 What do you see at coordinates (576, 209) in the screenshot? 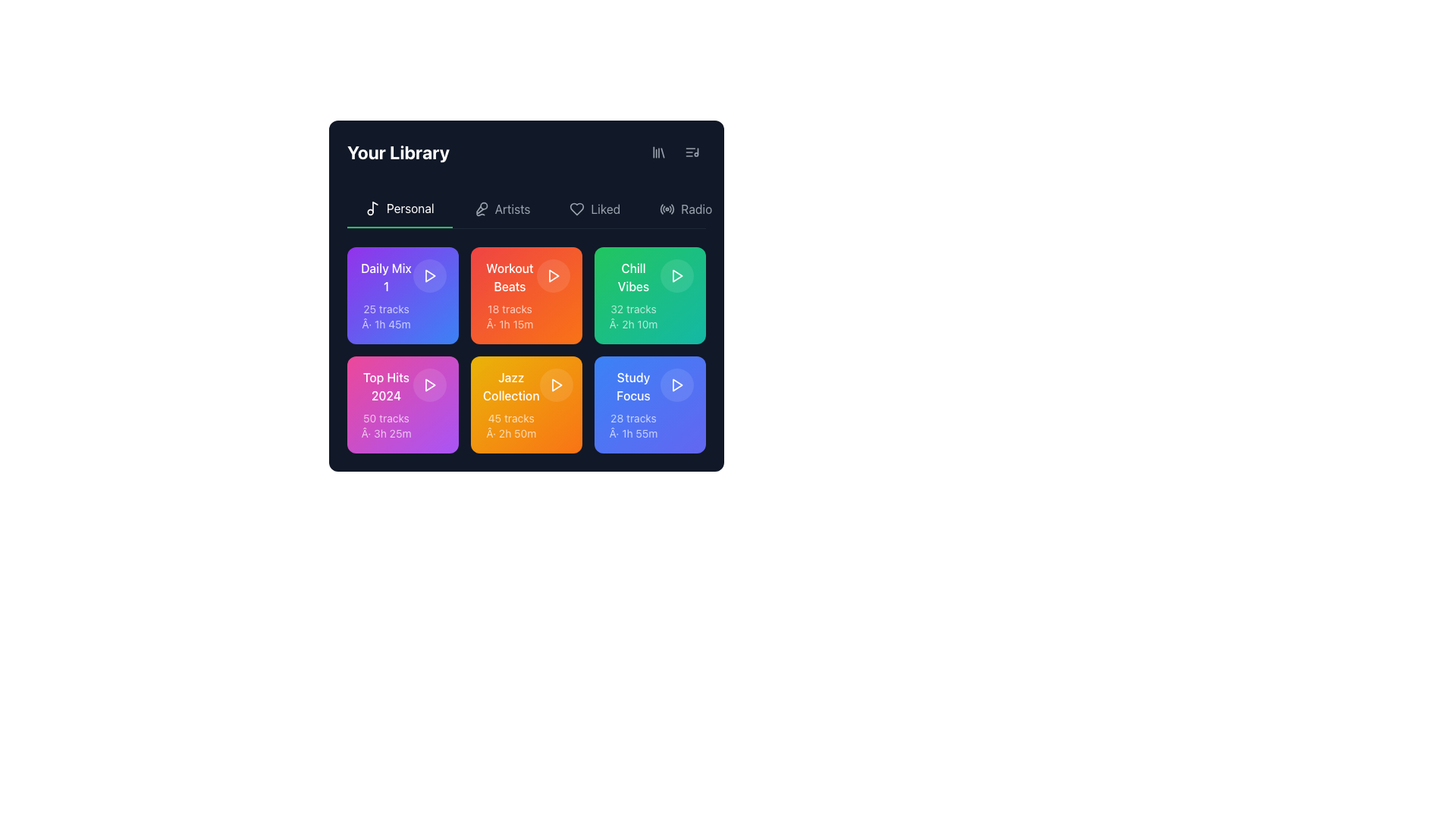
I see `the heart-shaped outline icon that represents the 'Liked' section, located between the 'Artists' and 'Radio' icons under the 'Your Library' header` at bounding box center [576, 209].